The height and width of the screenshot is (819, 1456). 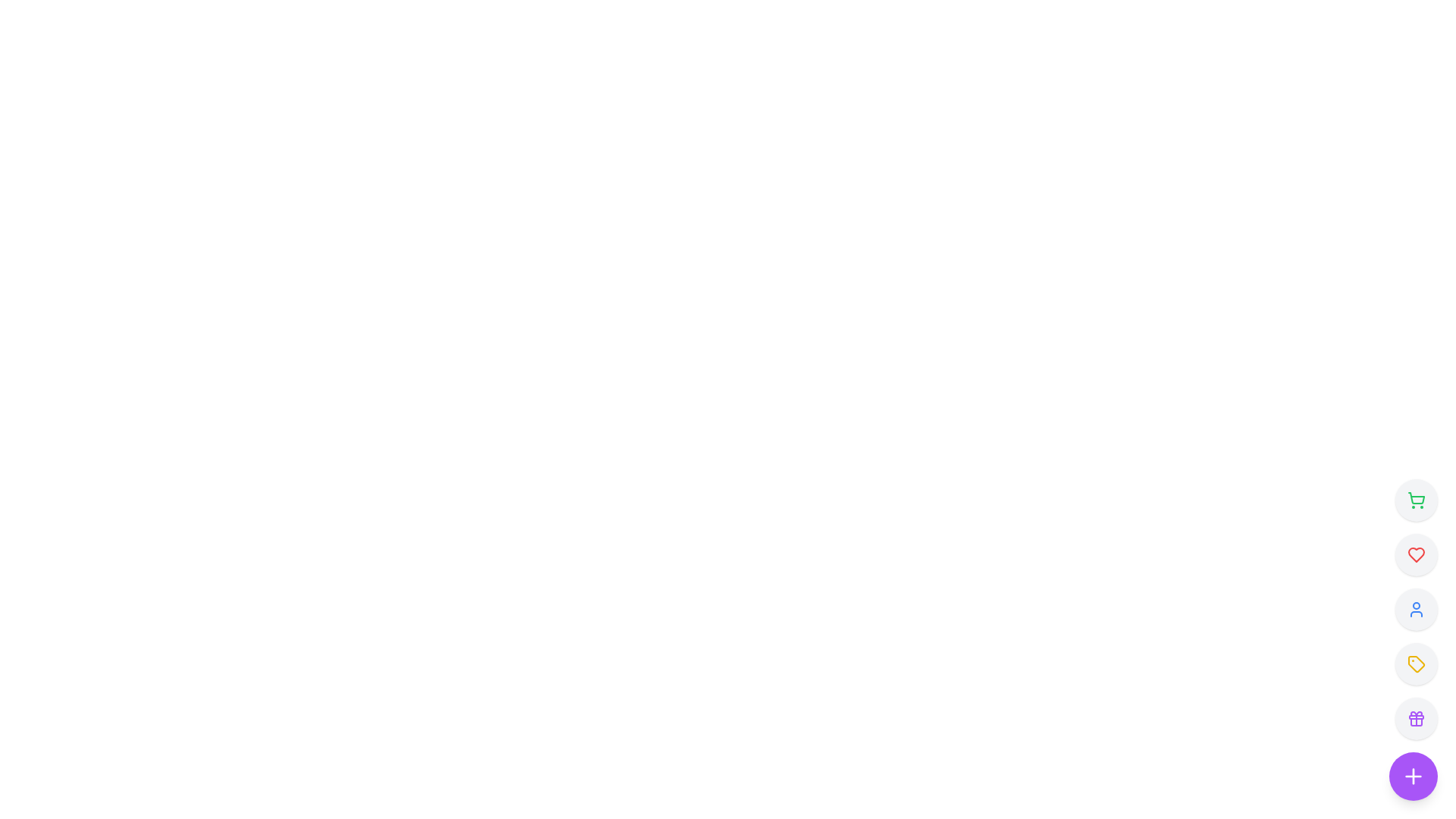 I want to click on the circular button with a gray background and a blue user icon, which is the third button in a vertical list, so click(x=1415, y=608).